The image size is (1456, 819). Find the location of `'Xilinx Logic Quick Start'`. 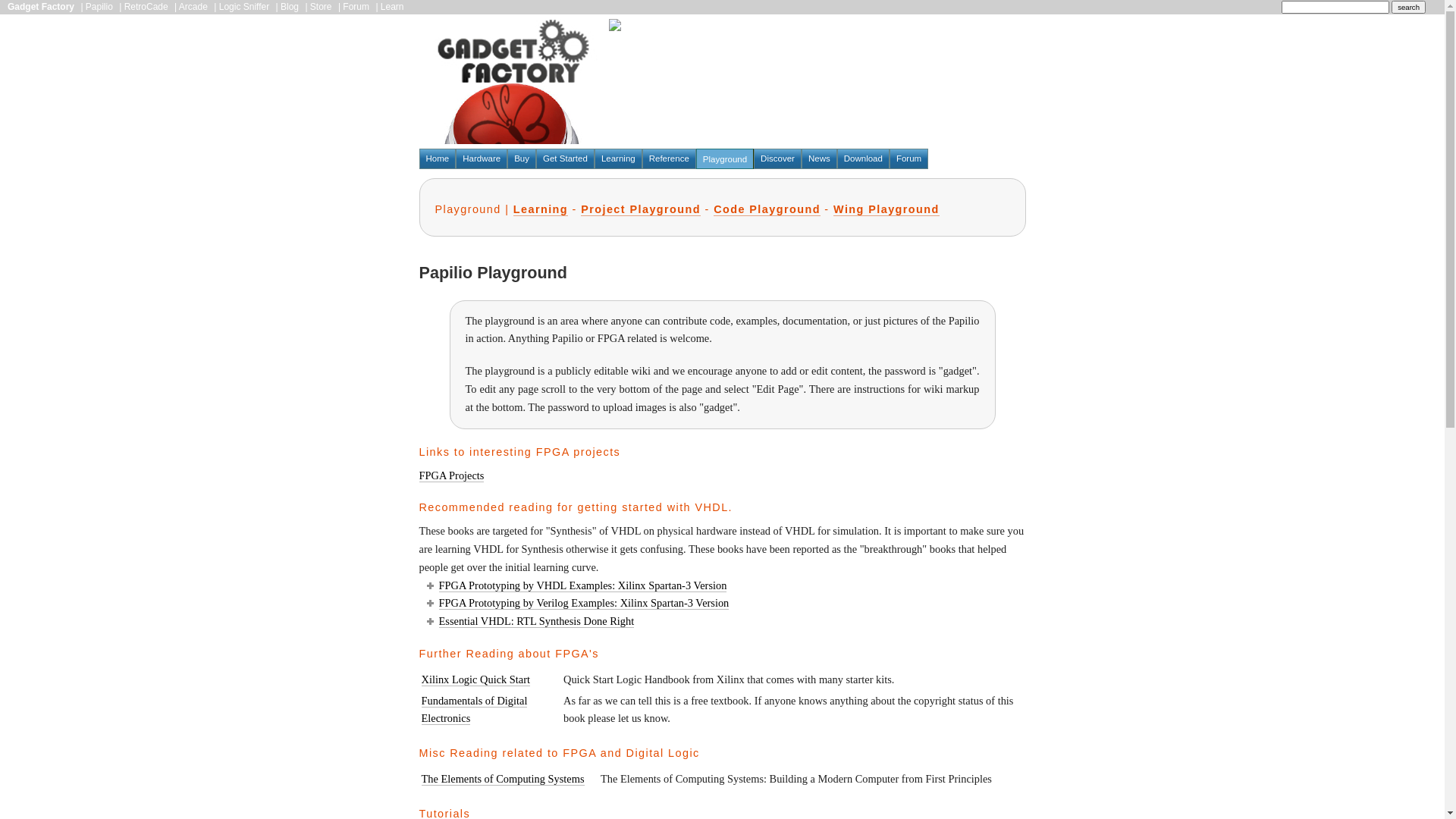

'Xilinx Logic Quick Start' is located at coordinates (475, 679).